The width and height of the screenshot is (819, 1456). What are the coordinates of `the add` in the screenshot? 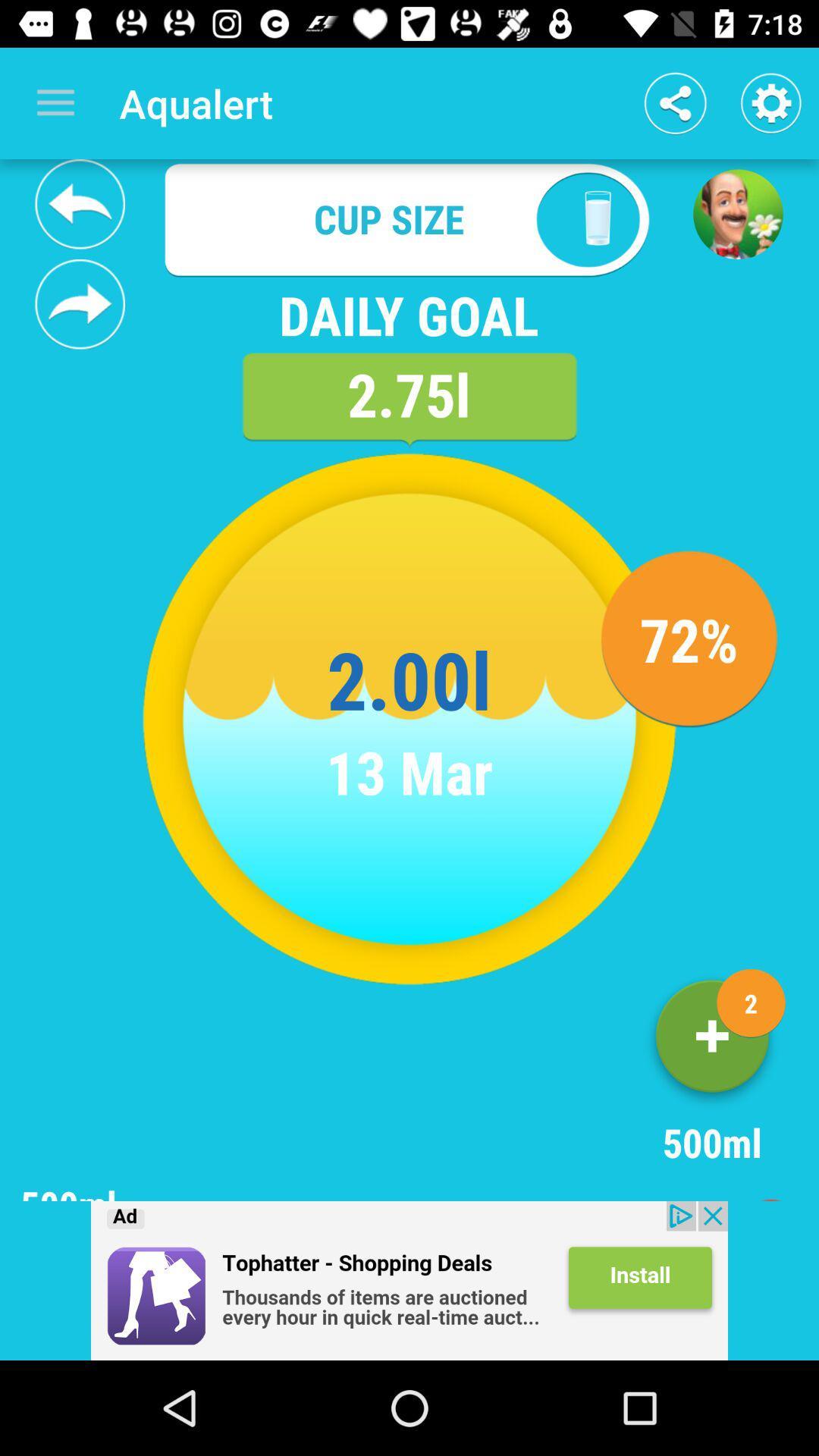 It's located at (409, 1280).